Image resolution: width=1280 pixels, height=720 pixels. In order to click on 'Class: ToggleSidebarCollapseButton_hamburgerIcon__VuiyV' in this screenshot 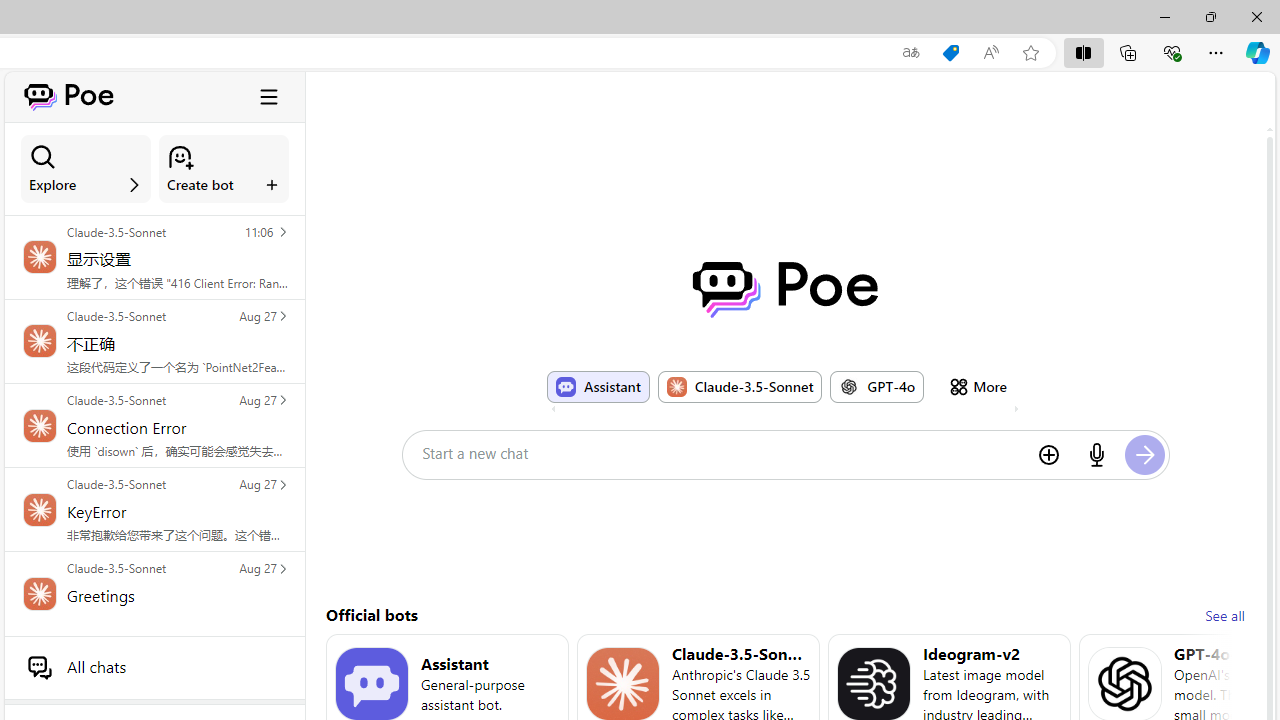, I will do `click(268, 96)`.